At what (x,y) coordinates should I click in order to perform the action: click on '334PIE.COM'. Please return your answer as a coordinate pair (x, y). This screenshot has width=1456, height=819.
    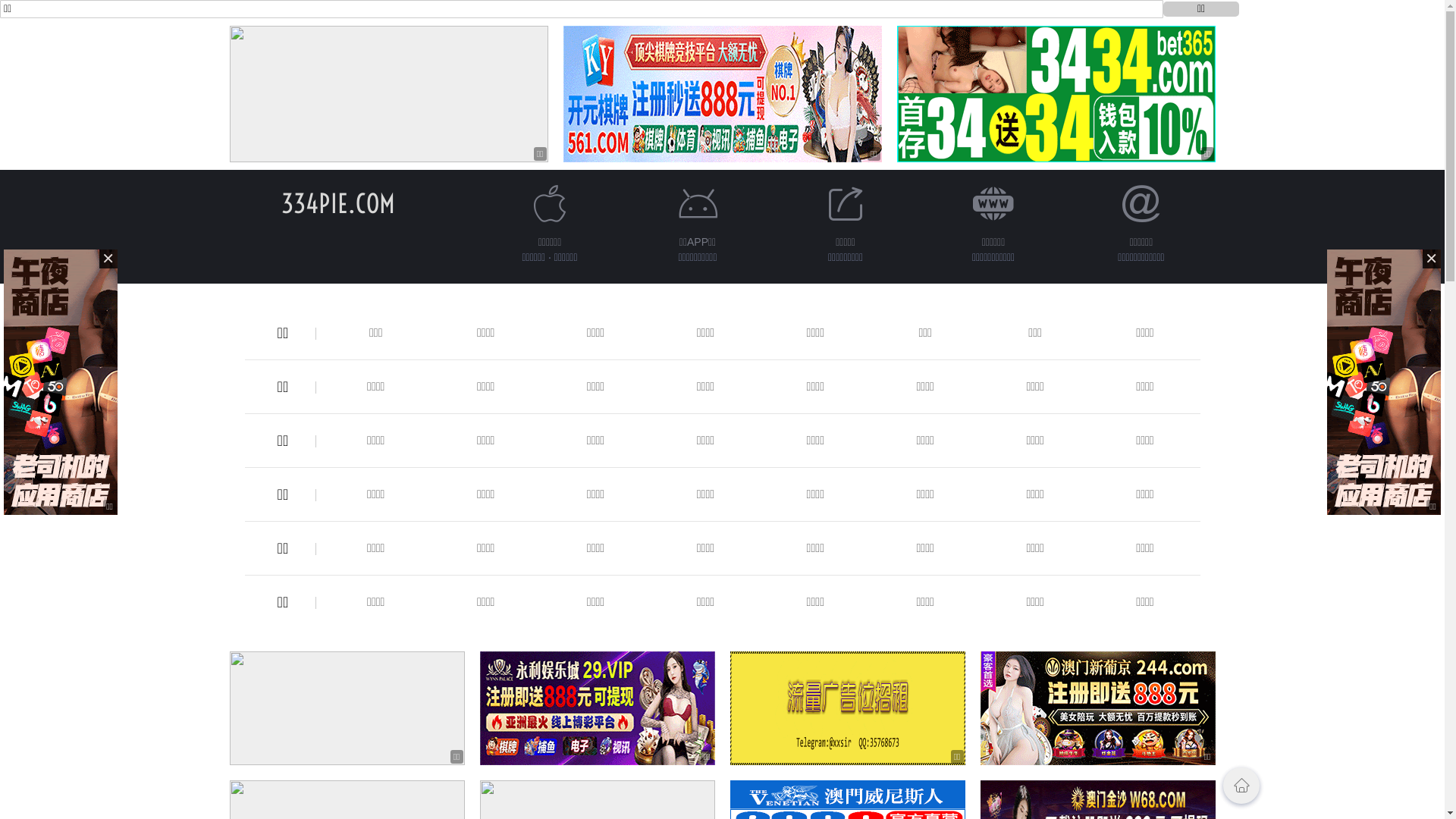
    Looking at the image, I should click on (280, 202).